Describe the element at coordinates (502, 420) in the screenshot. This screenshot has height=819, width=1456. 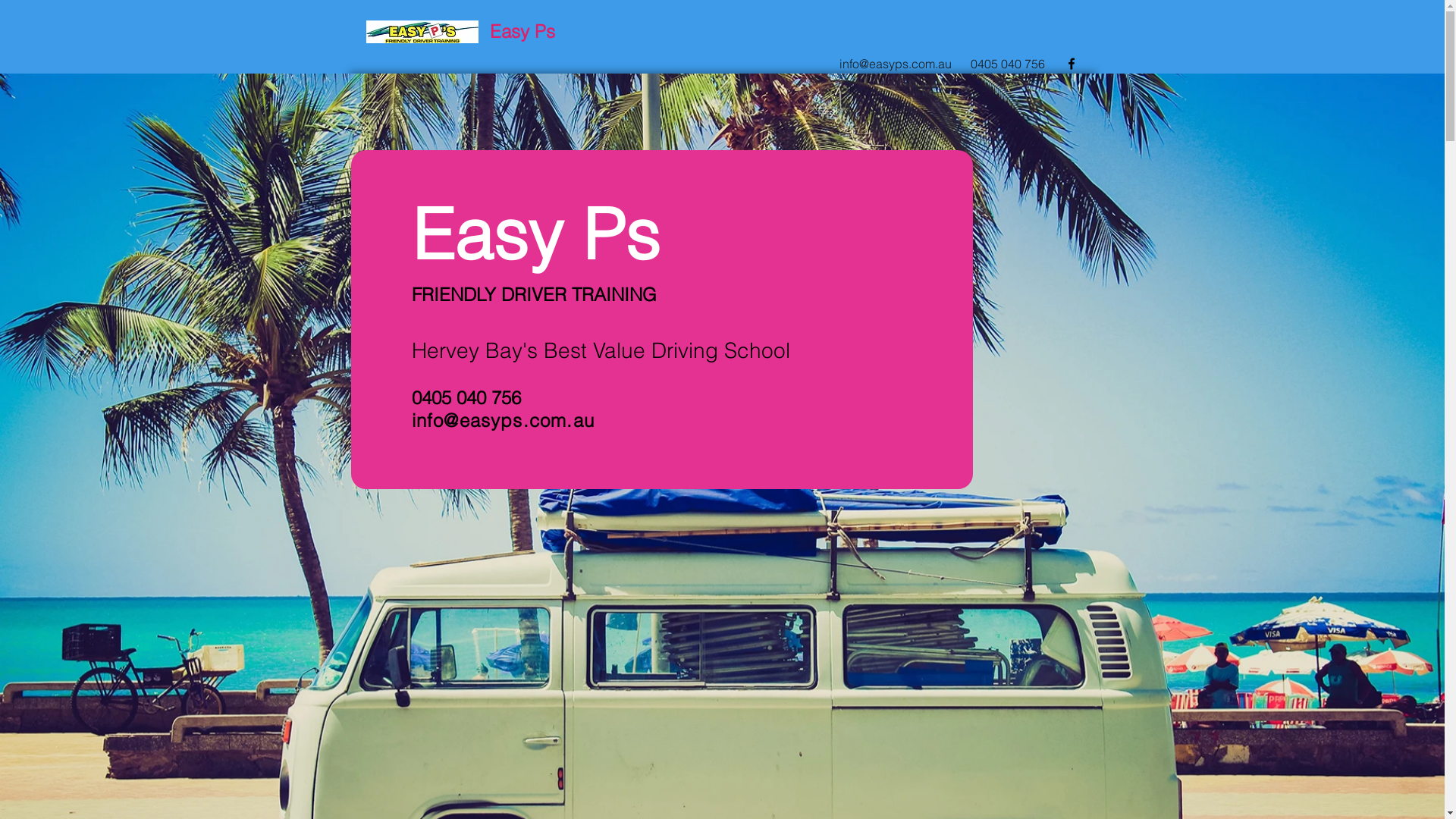
I see `'info@easyps.com.au'` at that location.